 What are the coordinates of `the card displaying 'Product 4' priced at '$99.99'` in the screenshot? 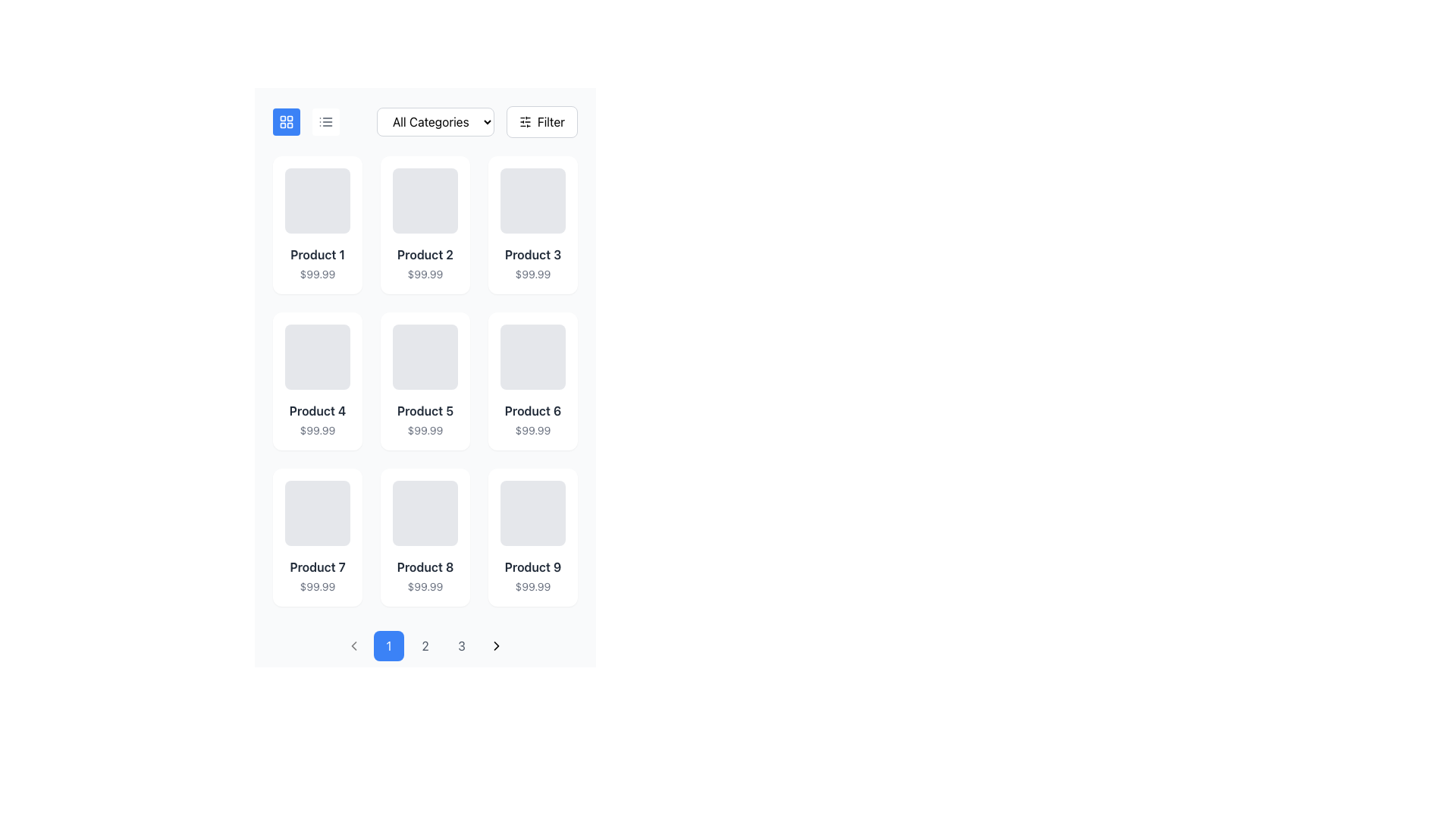 It's located at (316, 380).